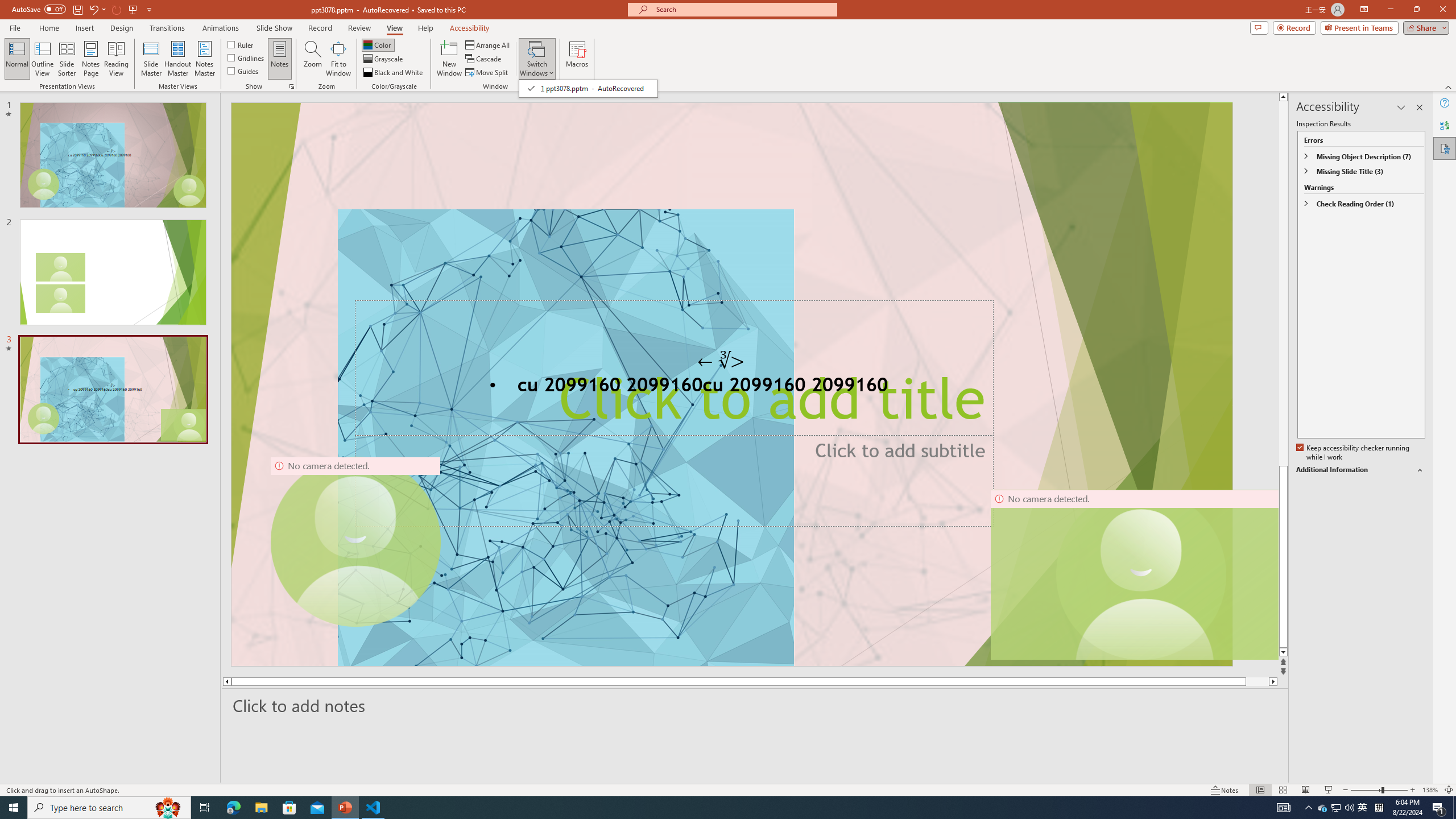 This screenshot has width=1456, height=819. What do you see at coordinates (730, 386) in the screenshot?
I see `'TextBox 61'` at bounding box center [730, 386].